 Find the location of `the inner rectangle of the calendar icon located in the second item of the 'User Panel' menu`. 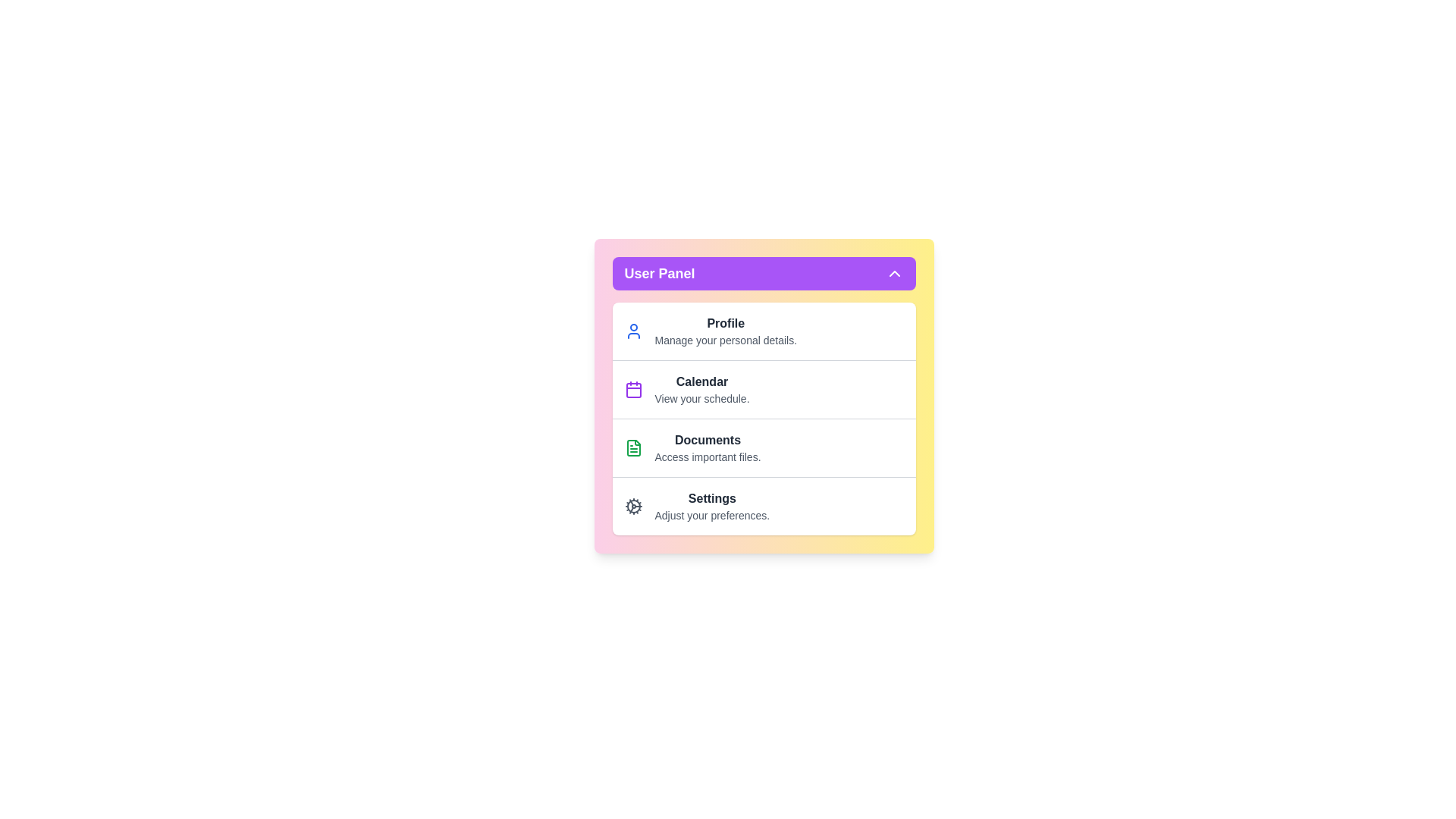

the inner rectangle of the calendar icon located in the second item of the 'User Panel' menu is located at coordinates (633, 390).